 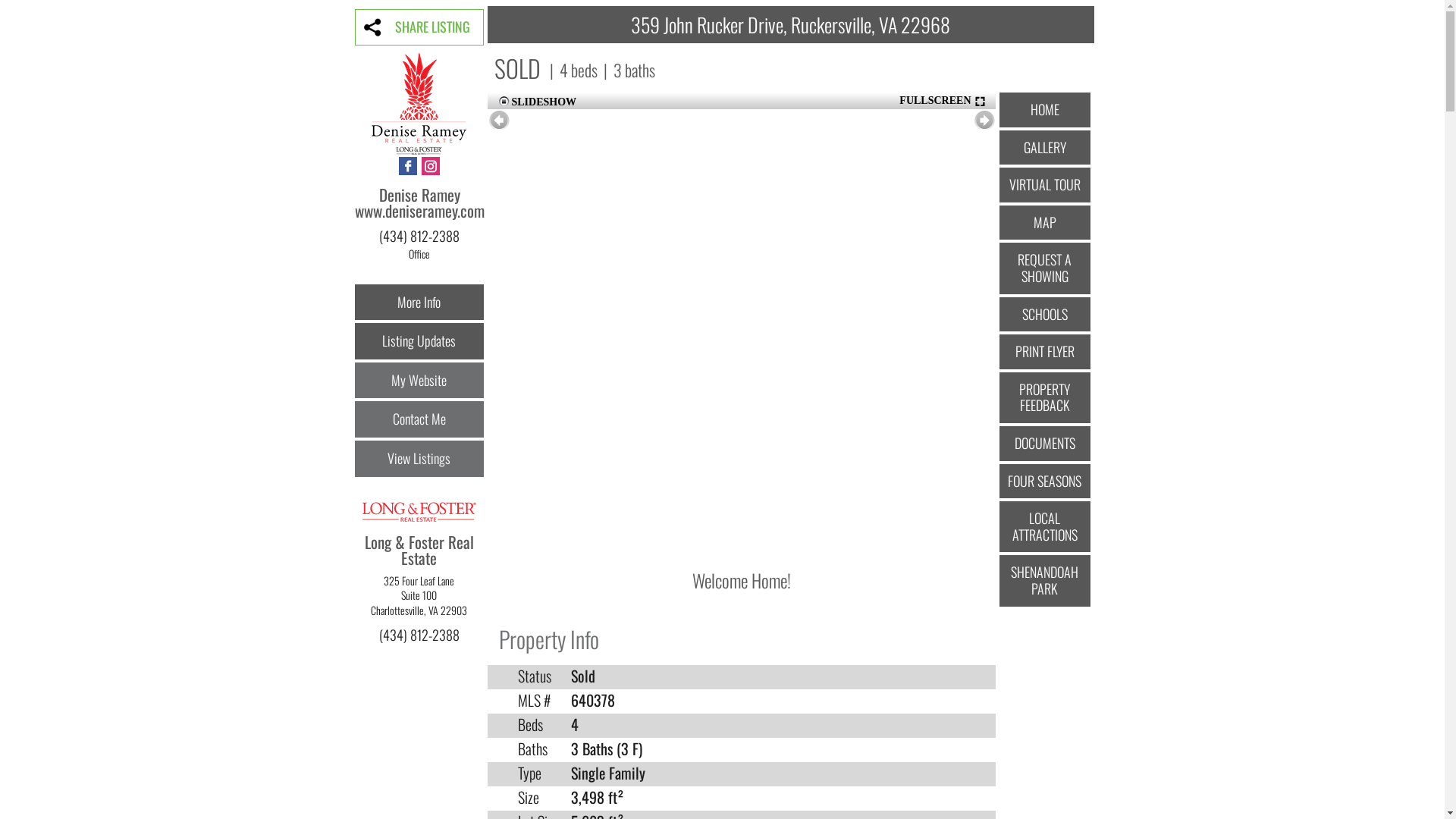 I want to click on 'Contact Me', so click(x=419, y=419).